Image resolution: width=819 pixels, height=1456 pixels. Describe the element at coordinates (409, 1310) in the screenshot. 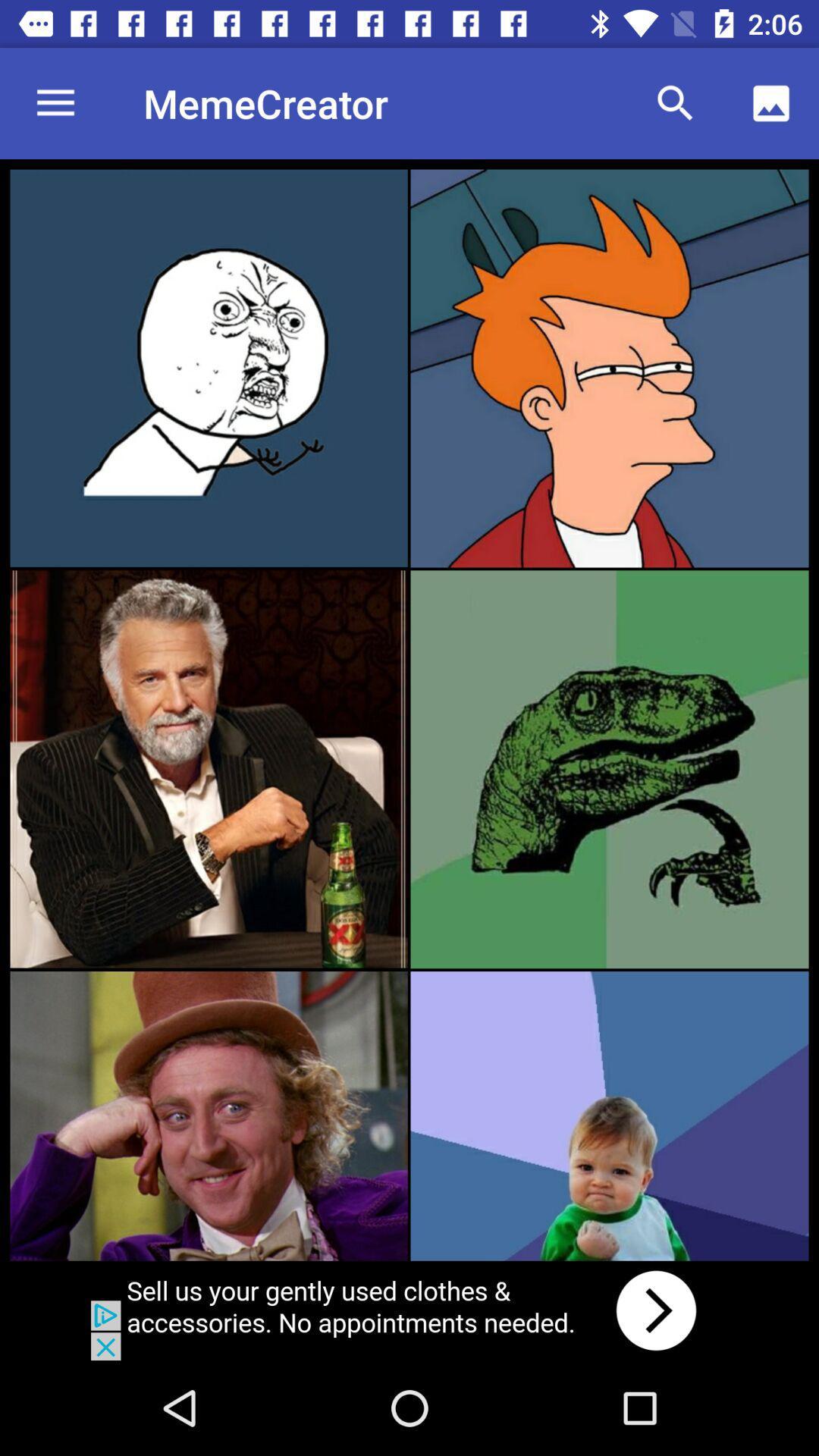

I see `advertisement` at that location.